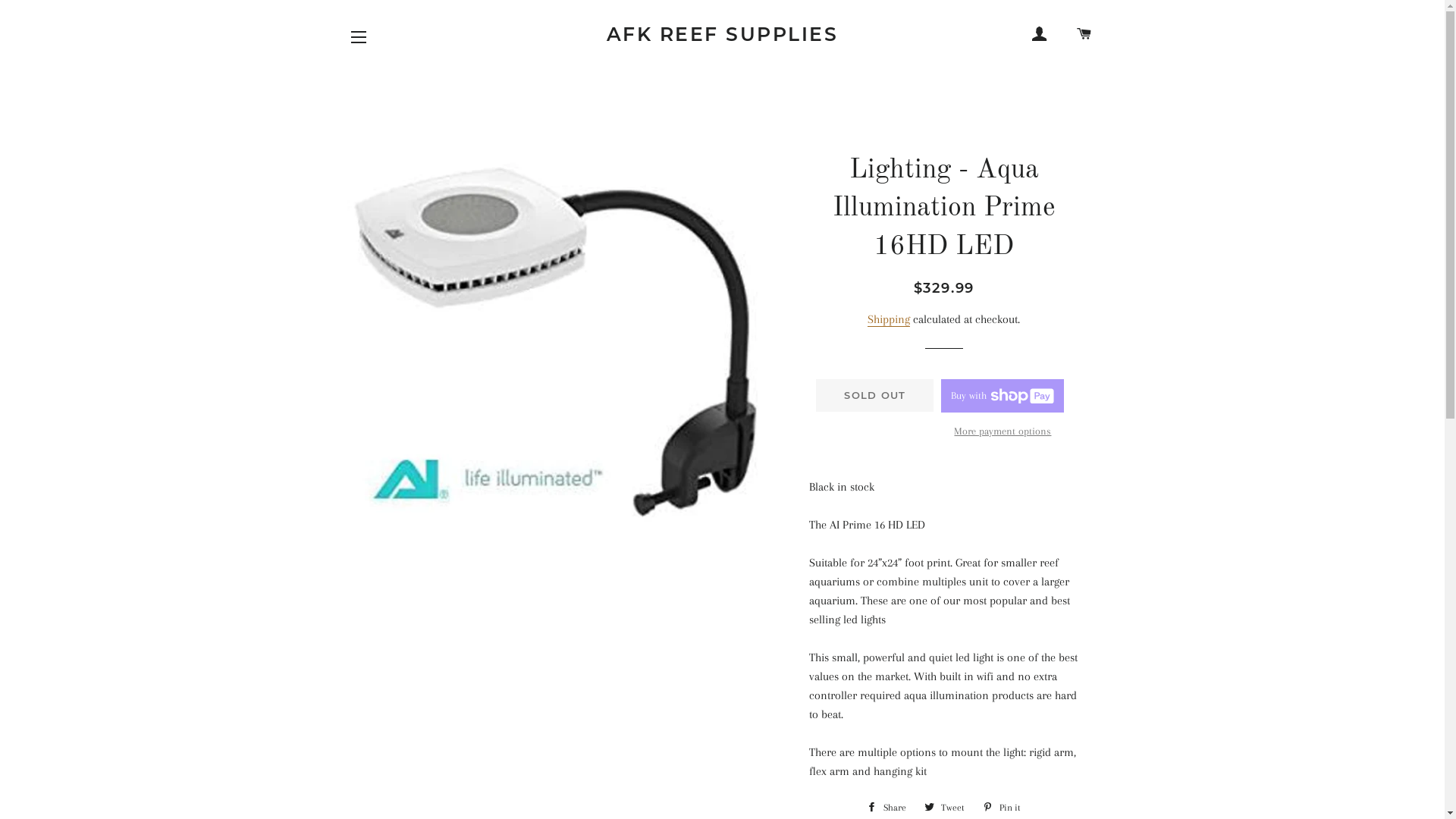  What do you see at coordinates (1002, 431) in the screenshot?
I see `'More payment options'` at bounding box center [1002, 431].